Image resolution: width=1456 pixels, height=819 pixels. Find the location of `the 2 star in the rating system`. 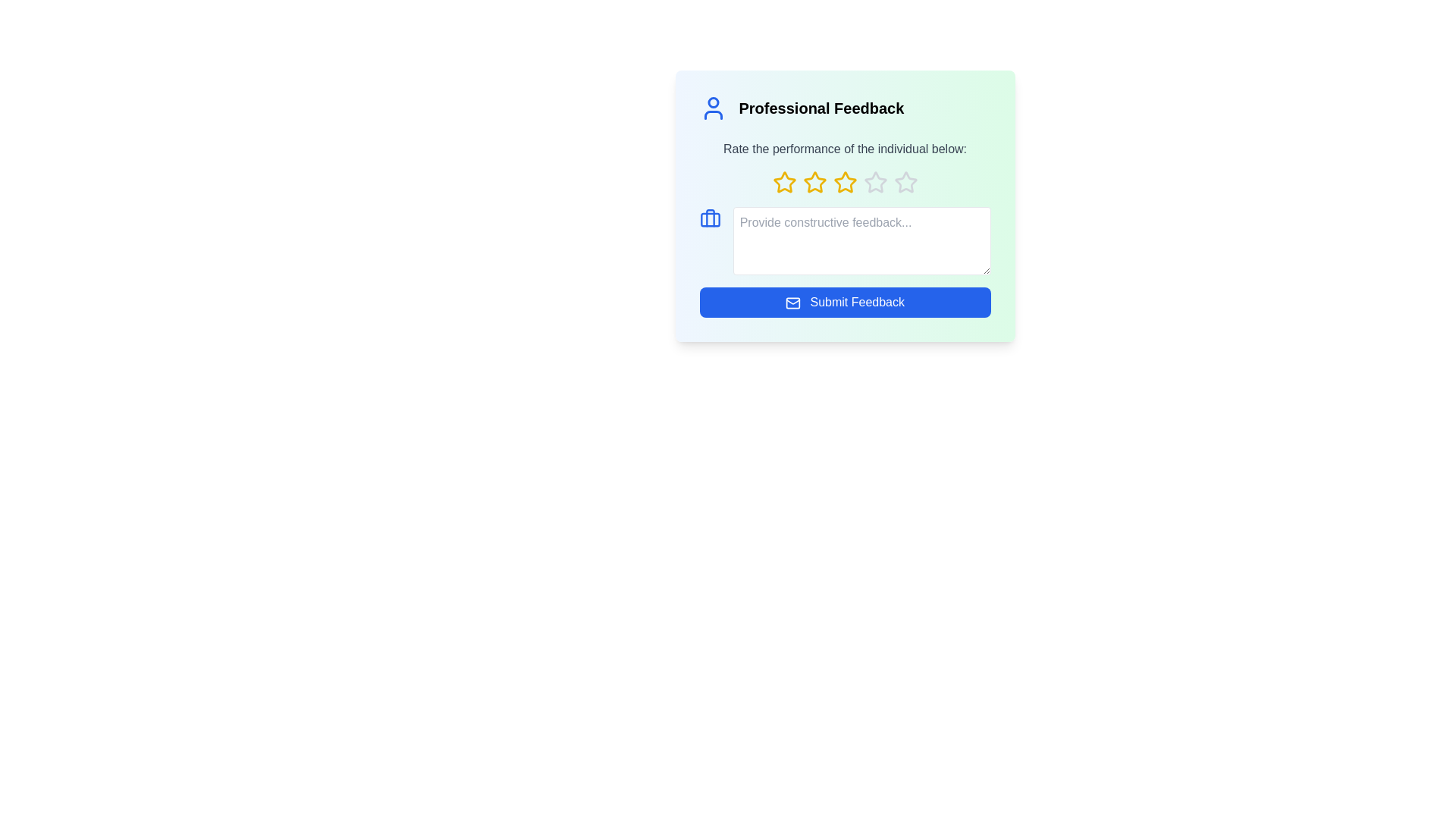

the 2 star in the rating system is located at coordinates (814, 181).